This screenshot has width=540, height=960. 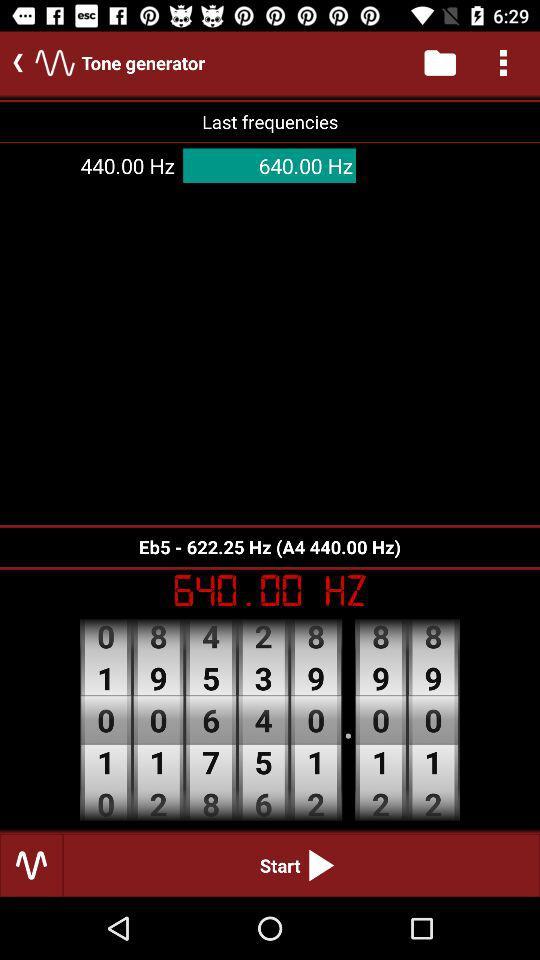 What do you see at coordinates (55, 62) in the screenshot?
I see `the font icon` at bounding box center [55, 62].